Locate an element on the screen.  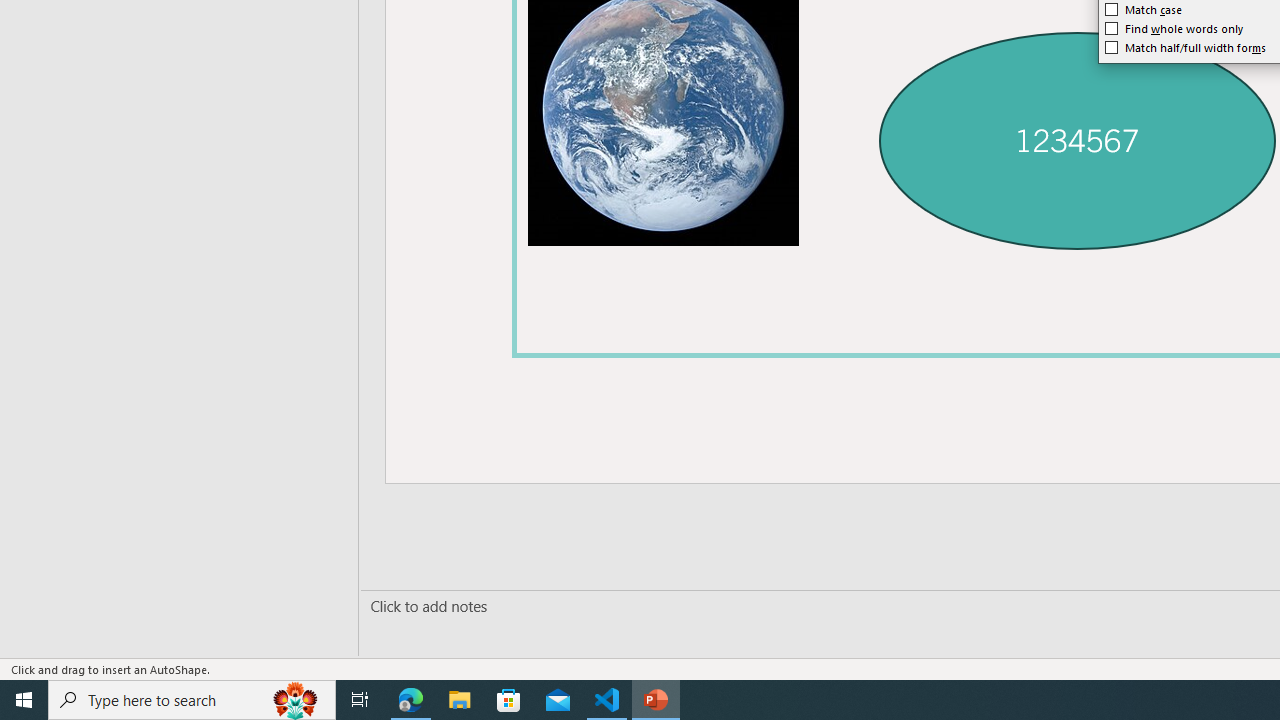
'Microsoft Edge - 1 running window' is located at coordinates (410, 698).